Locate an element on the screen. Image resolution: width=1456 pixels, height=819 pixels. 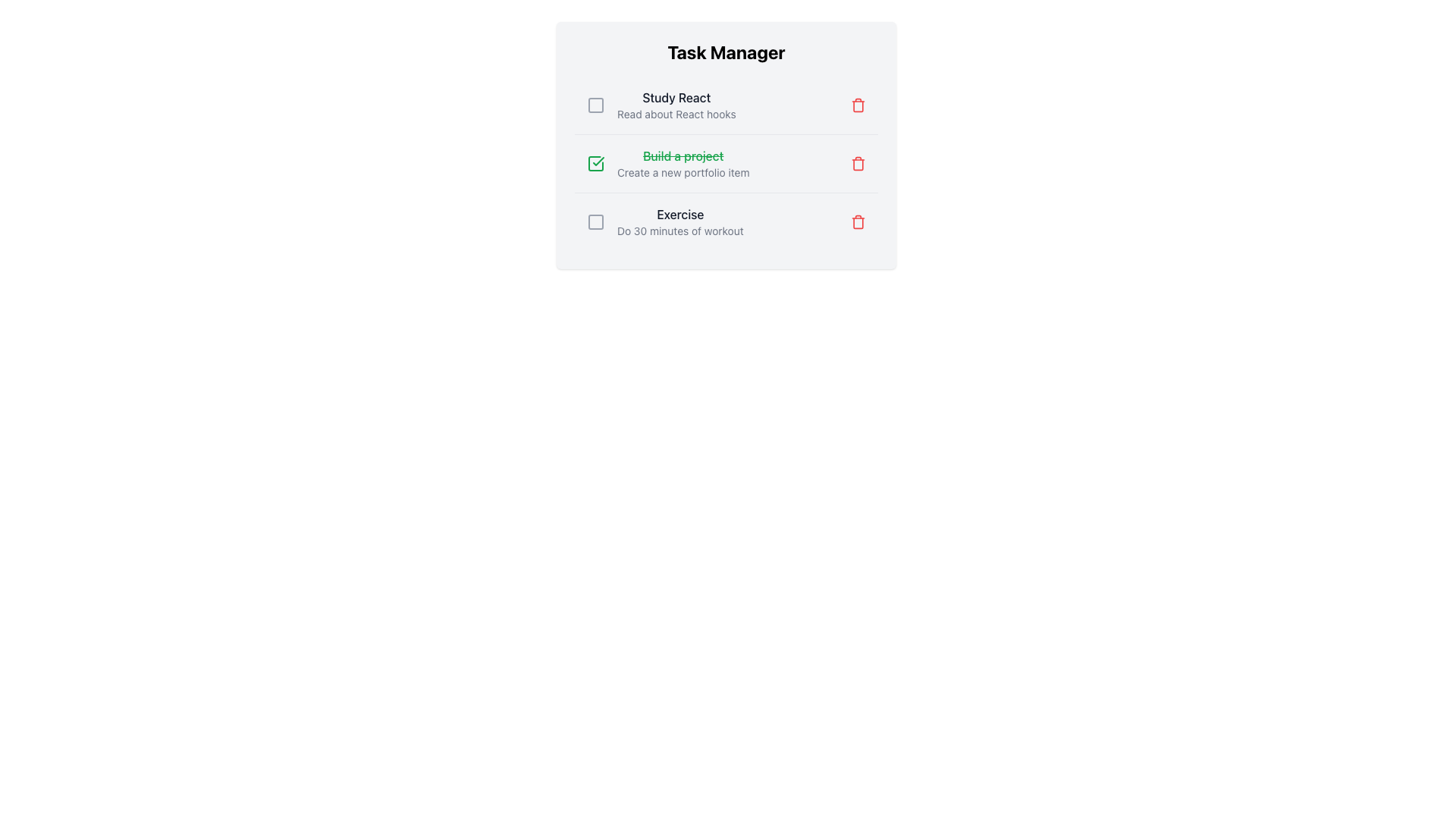
the SVG icon representing task completion status next to 'Build a project' in the Task Manager checklist interface is located at coordinates (595, 164).